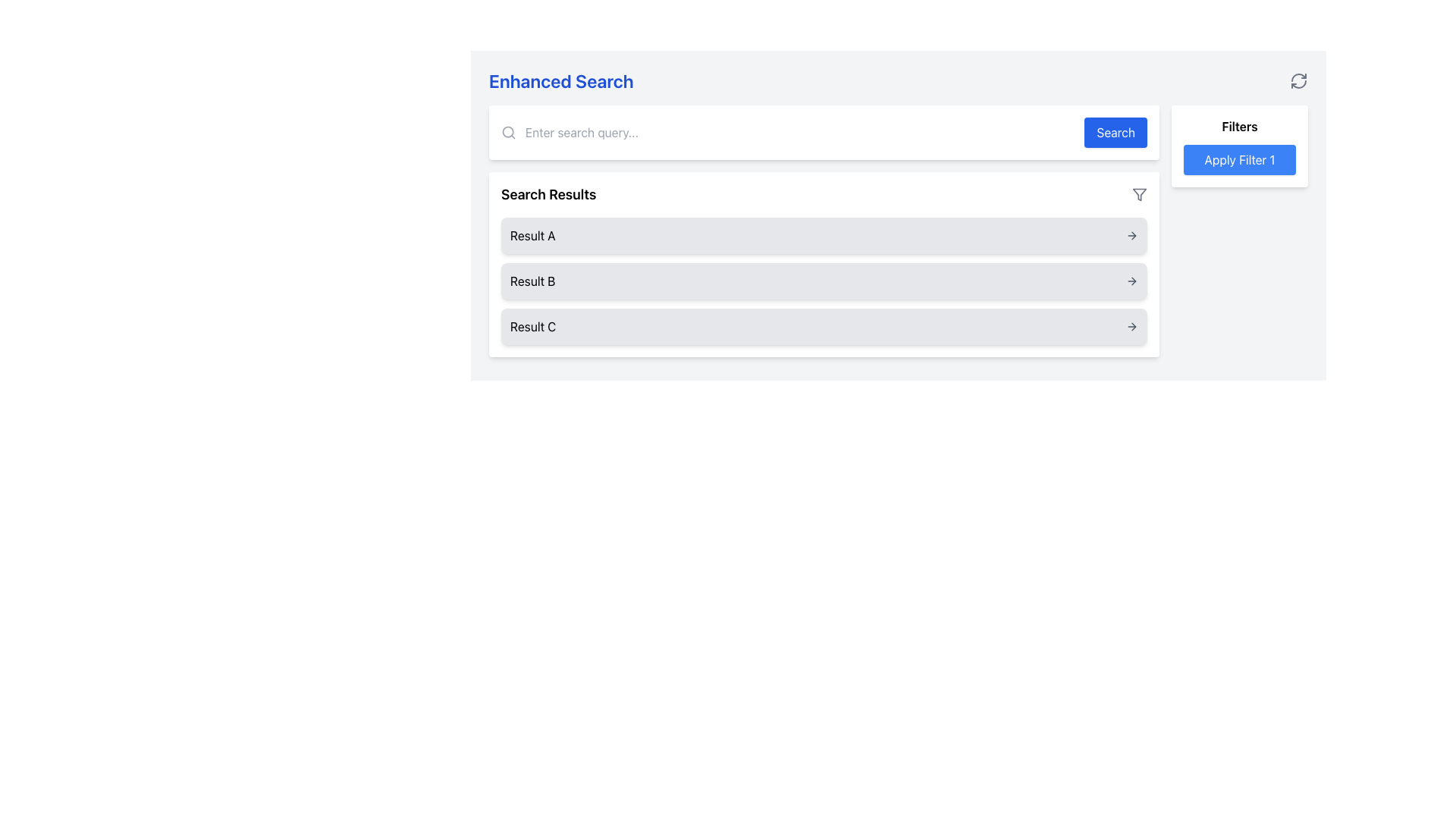  What do you see at coordinates (823, 281) in the screenshot?
I see `the list item labeled 'Result B'` at bounding box center [823, 281].